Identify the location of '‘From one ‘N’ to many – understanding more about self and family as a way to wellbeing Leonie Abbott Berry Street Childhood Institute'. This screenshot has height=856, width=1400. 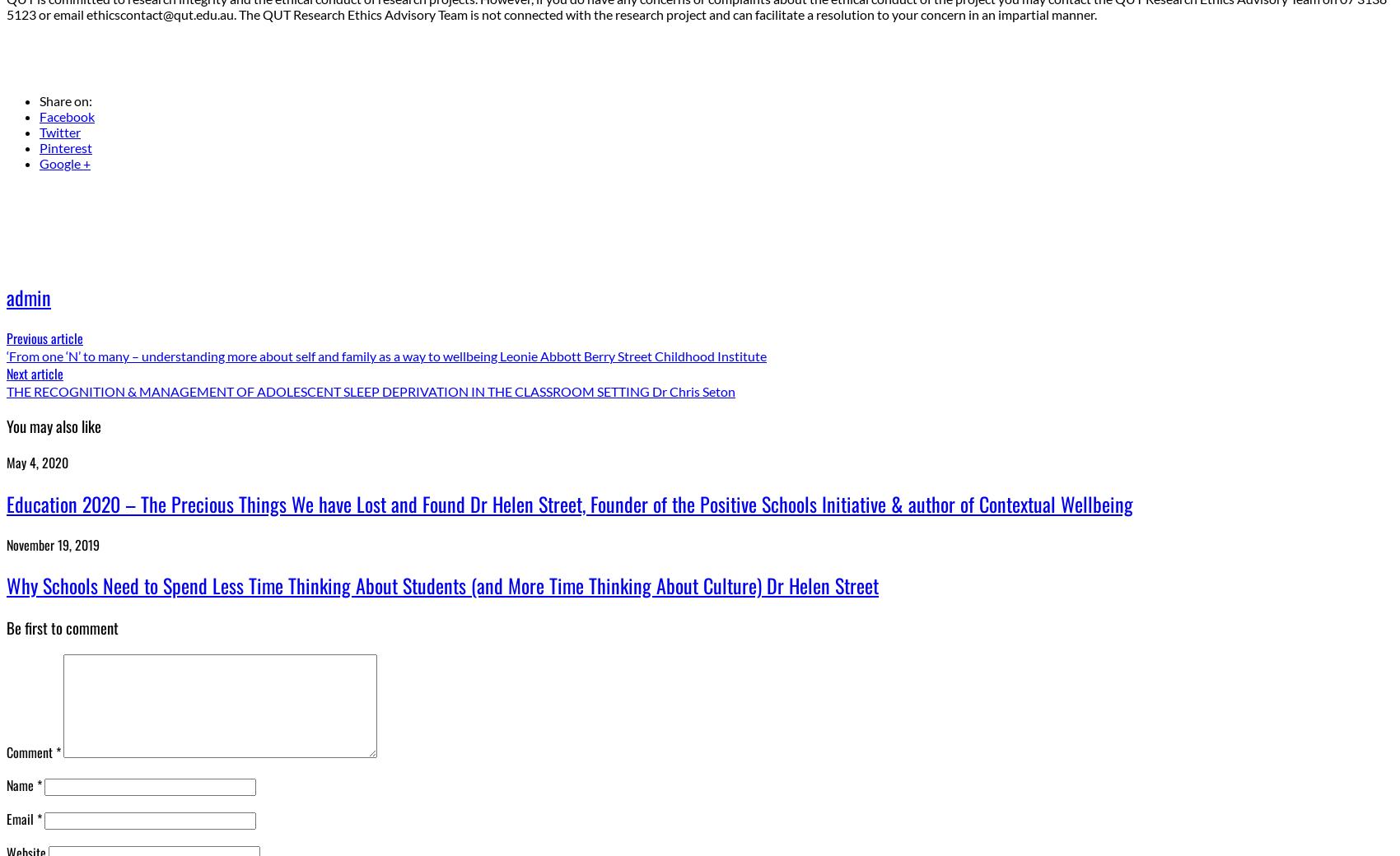
(386, 356).